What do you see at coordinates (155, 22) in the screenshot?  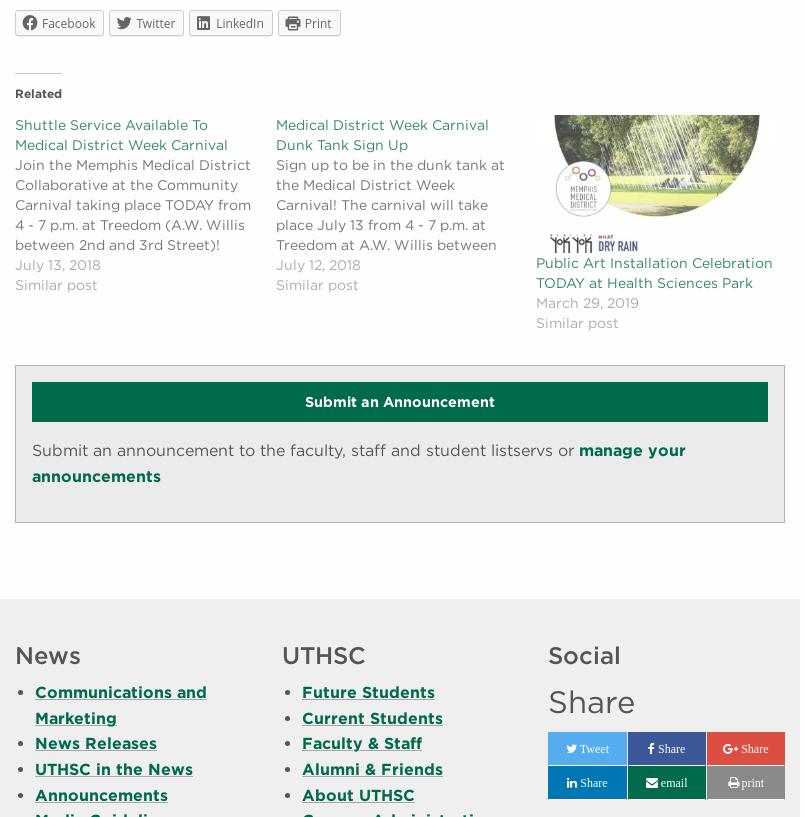 I see `'Twitter'` at bounding box center [155, 22].